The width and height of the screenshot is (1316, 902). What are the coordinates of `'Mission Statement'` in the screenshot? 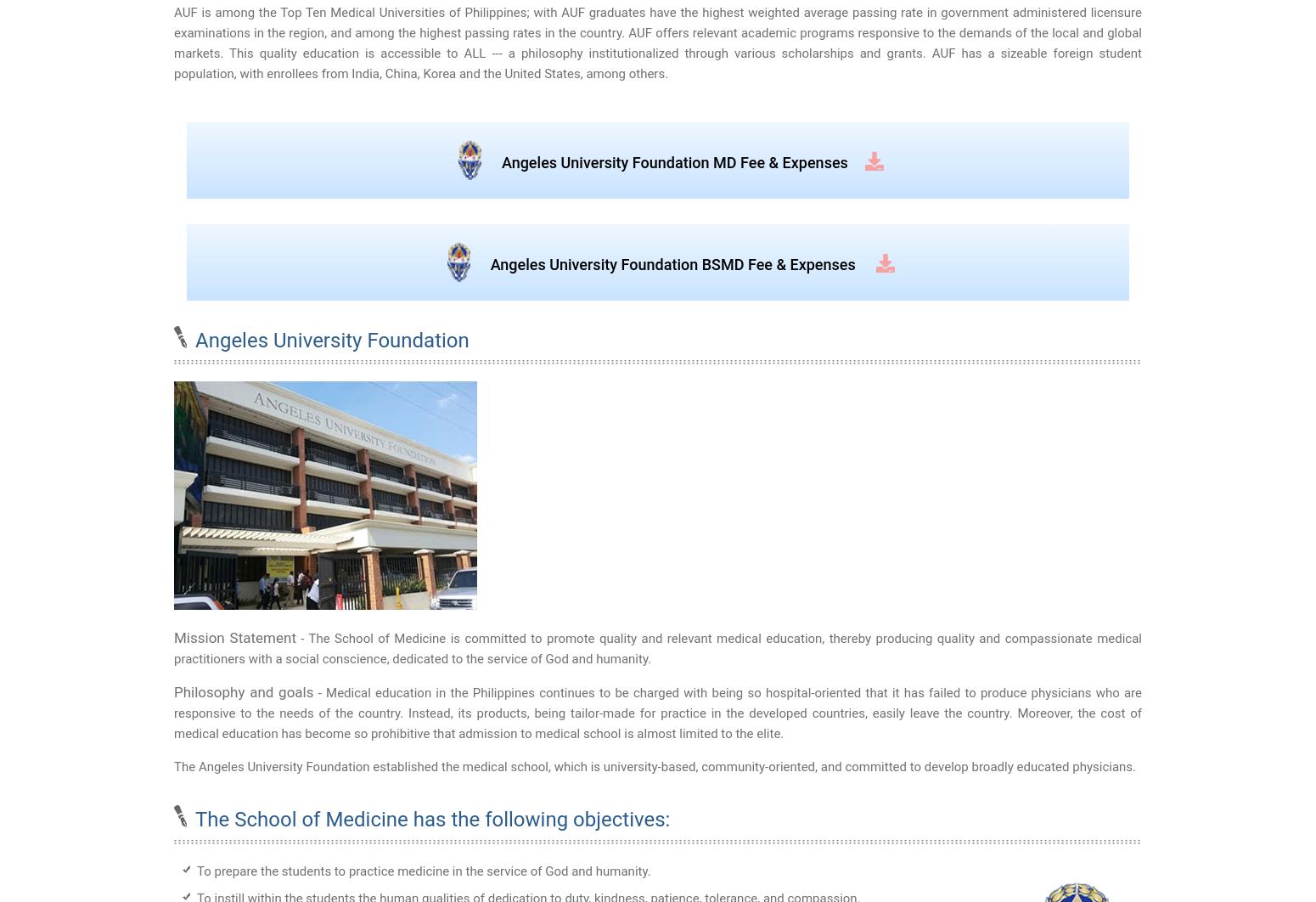 It's located at (234, 638).